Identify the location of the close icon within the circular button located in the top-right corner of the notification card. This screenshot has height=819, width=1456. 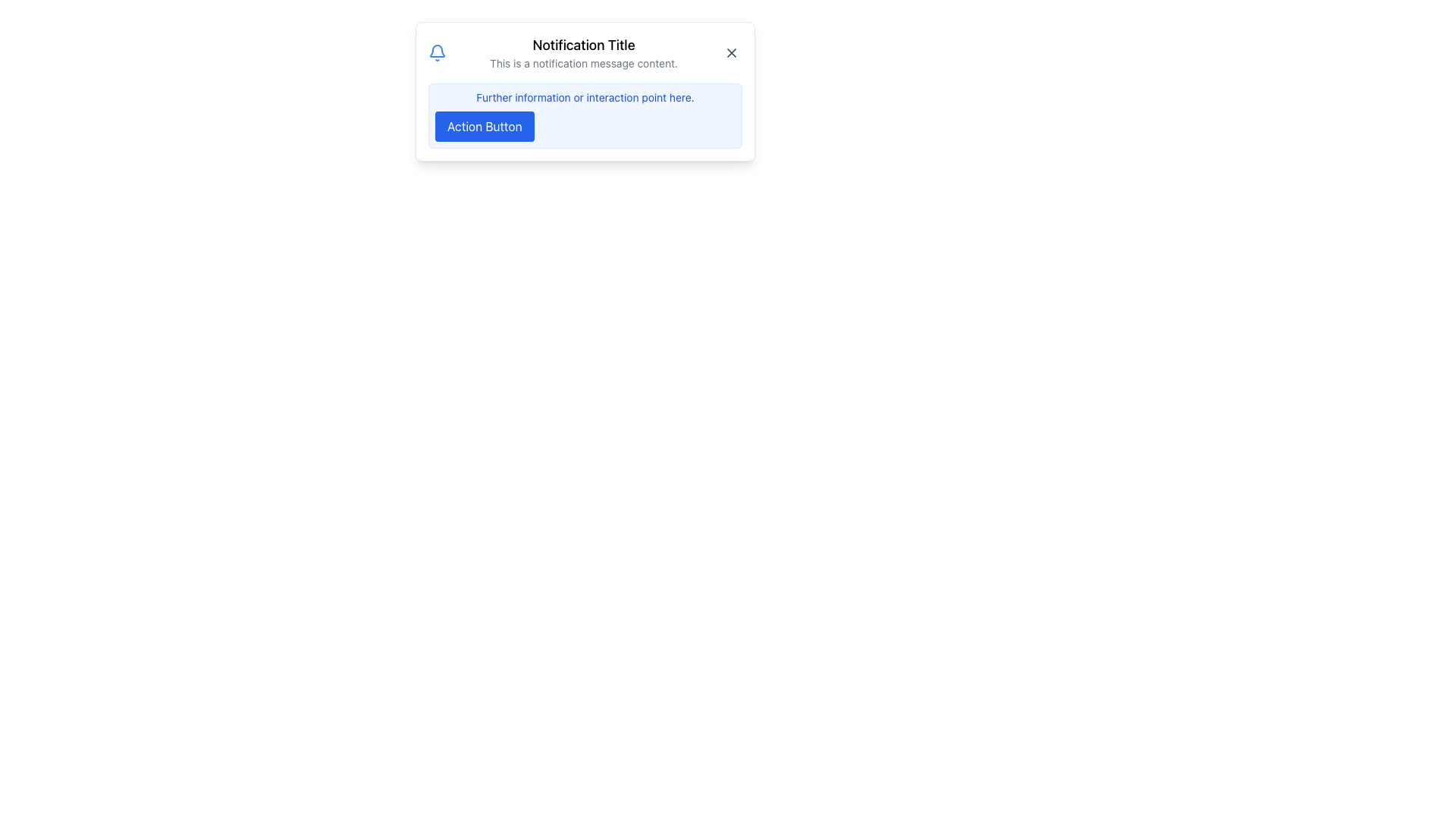
(731, 52).